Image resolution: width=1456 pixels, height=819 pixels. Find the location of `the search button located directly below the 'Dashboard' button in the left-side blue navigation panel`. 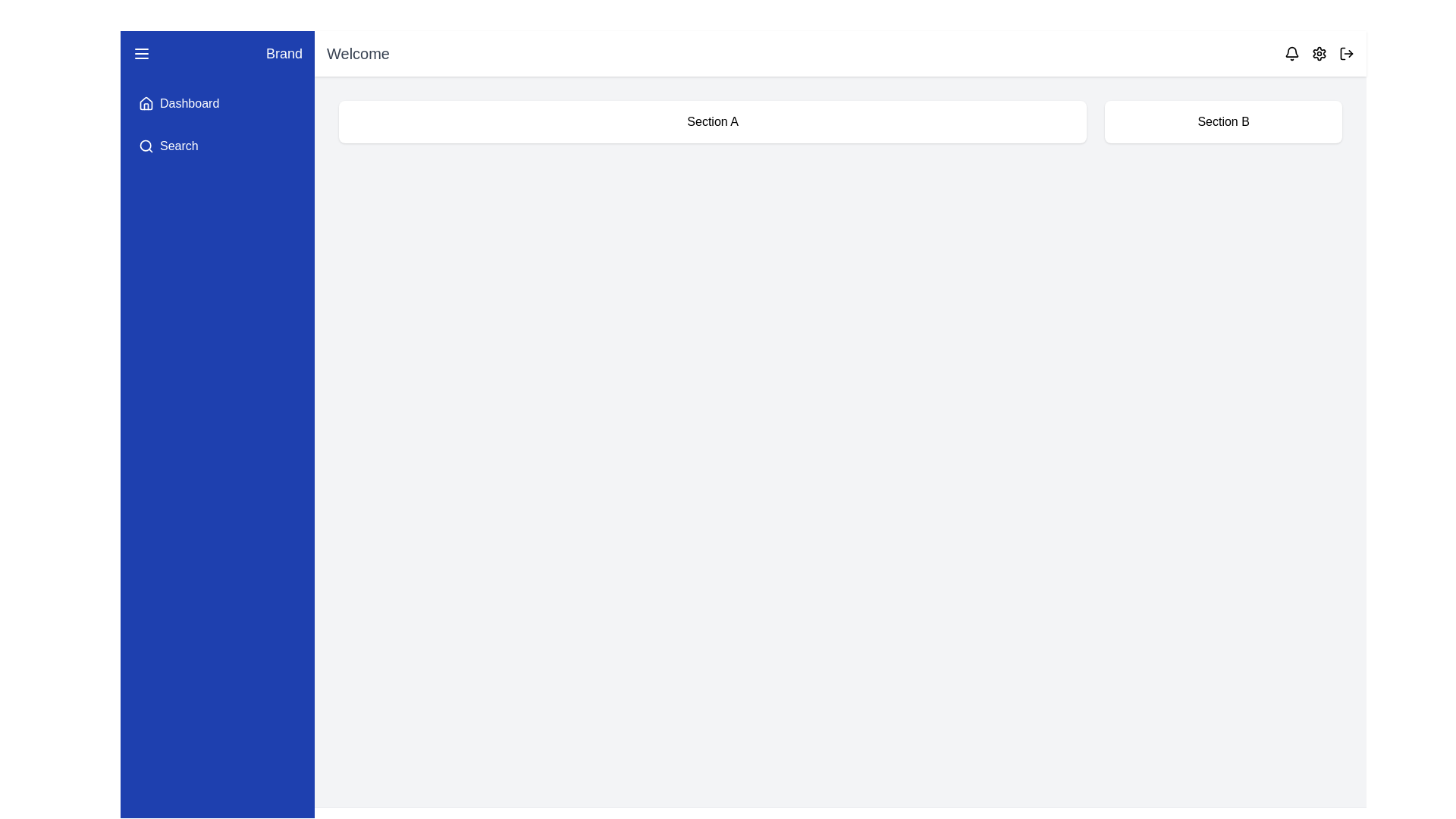

the search button located directly below the 'Dashboard' button in the left-side blue navigation panel is located at coordinates (217, 146).